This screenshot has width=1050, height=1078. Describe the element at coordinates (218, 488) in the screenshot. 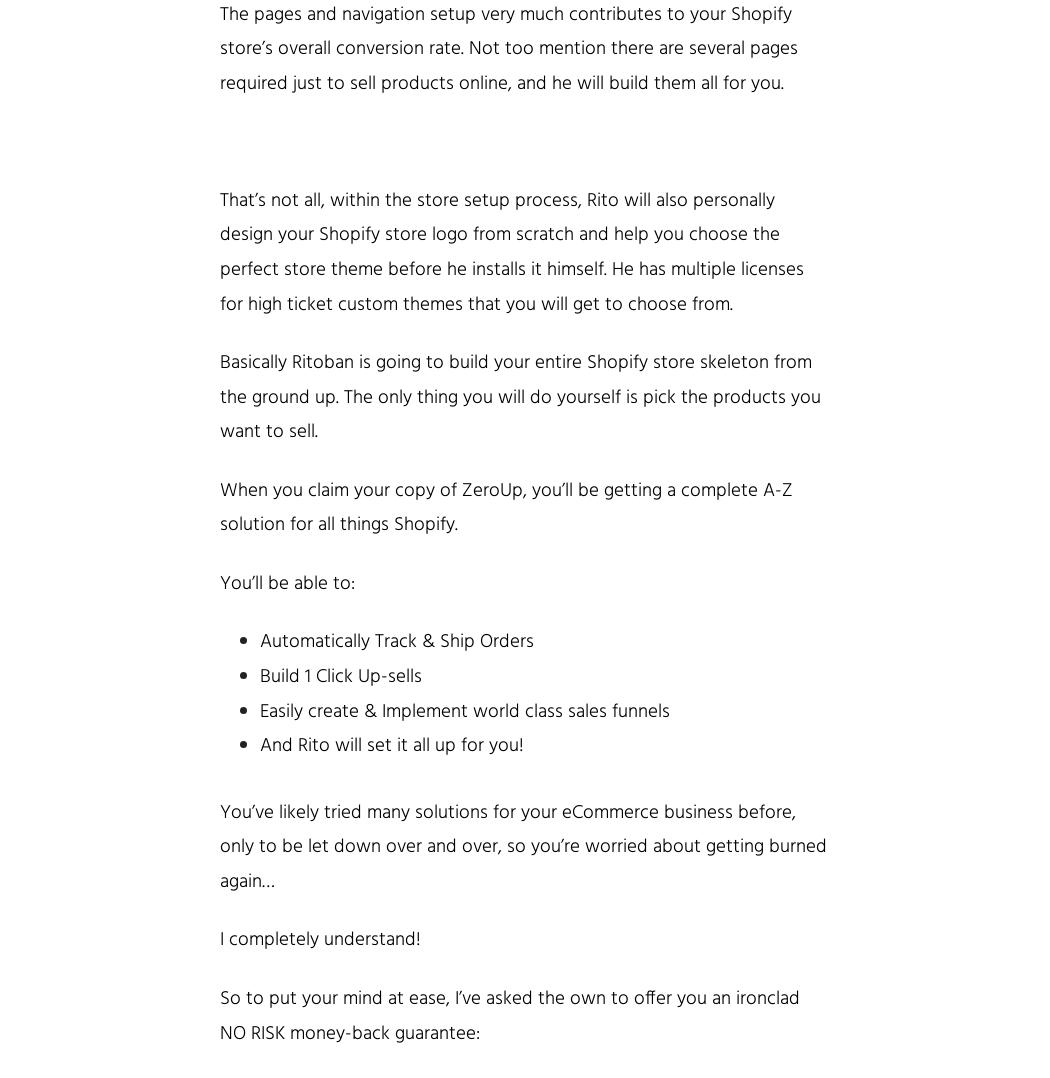

I see `'When you claim your copy of'` at that location.